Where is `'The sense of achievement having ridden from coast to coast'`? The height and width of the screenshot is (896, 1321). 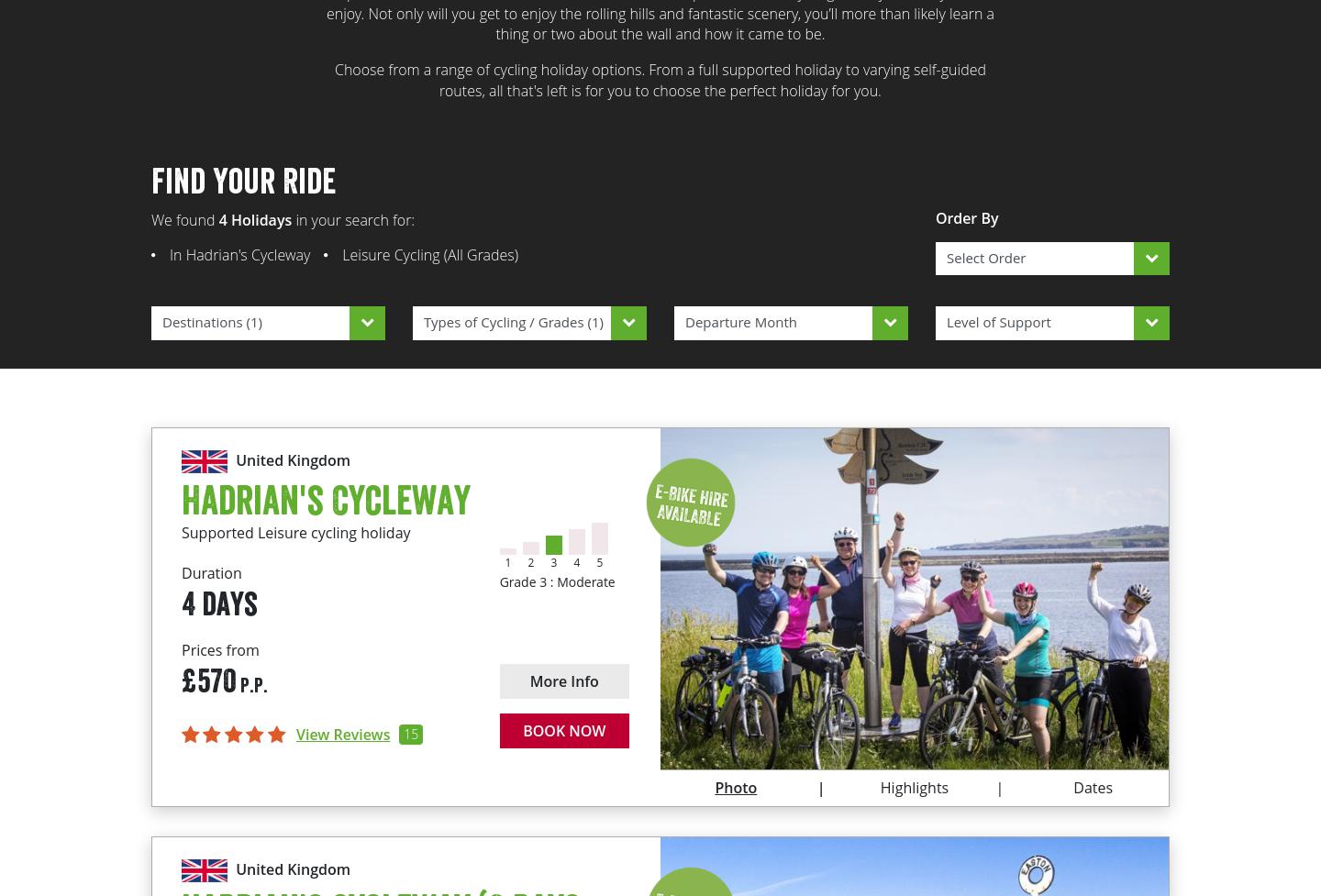 'The sense of achievement having ridden from coast to coast' is located at coordinates (696, 658).